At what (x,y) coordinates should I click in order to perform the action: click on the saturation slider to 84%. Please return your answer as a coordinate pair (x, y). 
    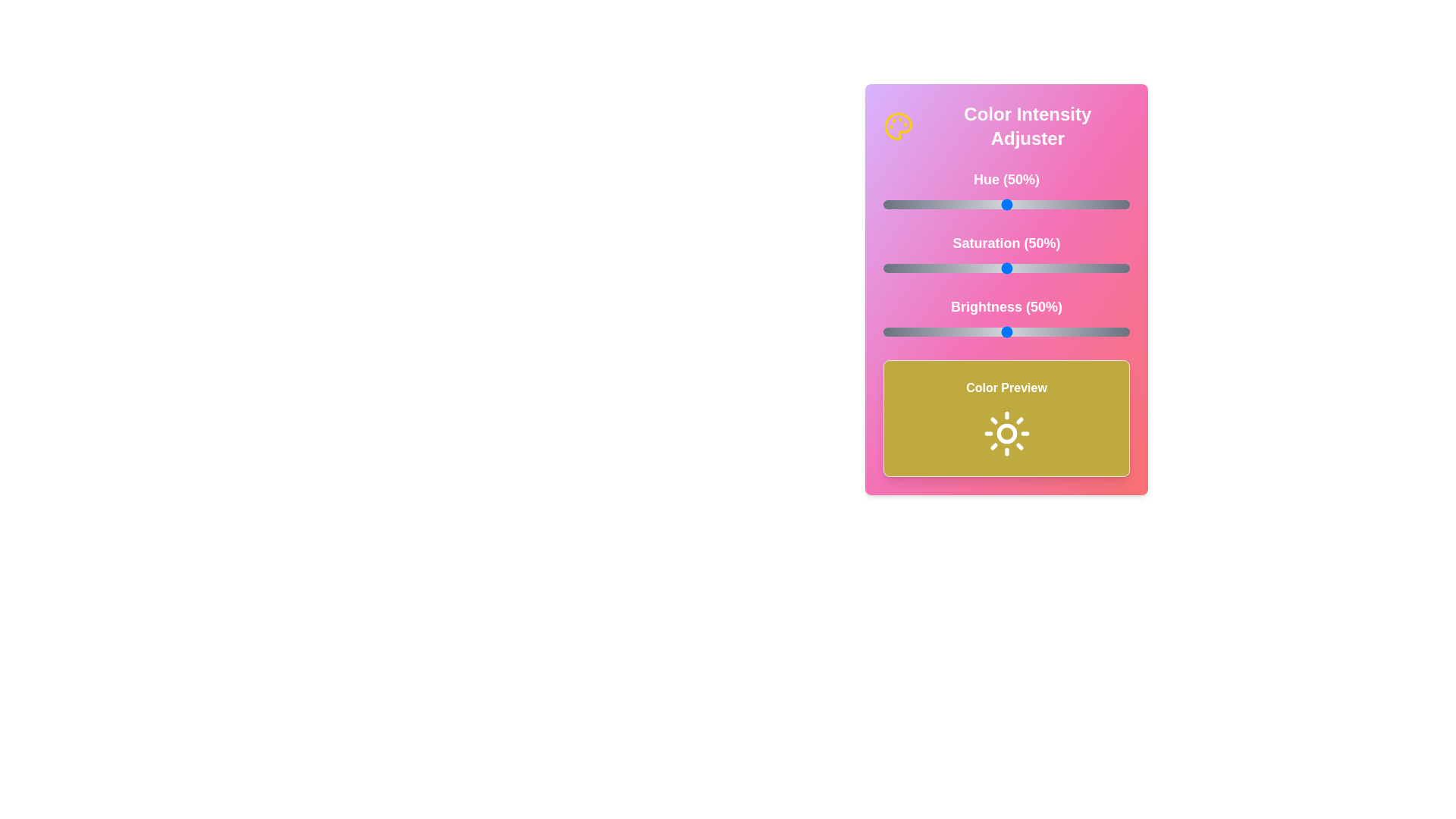
    Looking at the image, I should click on (1090, 268).